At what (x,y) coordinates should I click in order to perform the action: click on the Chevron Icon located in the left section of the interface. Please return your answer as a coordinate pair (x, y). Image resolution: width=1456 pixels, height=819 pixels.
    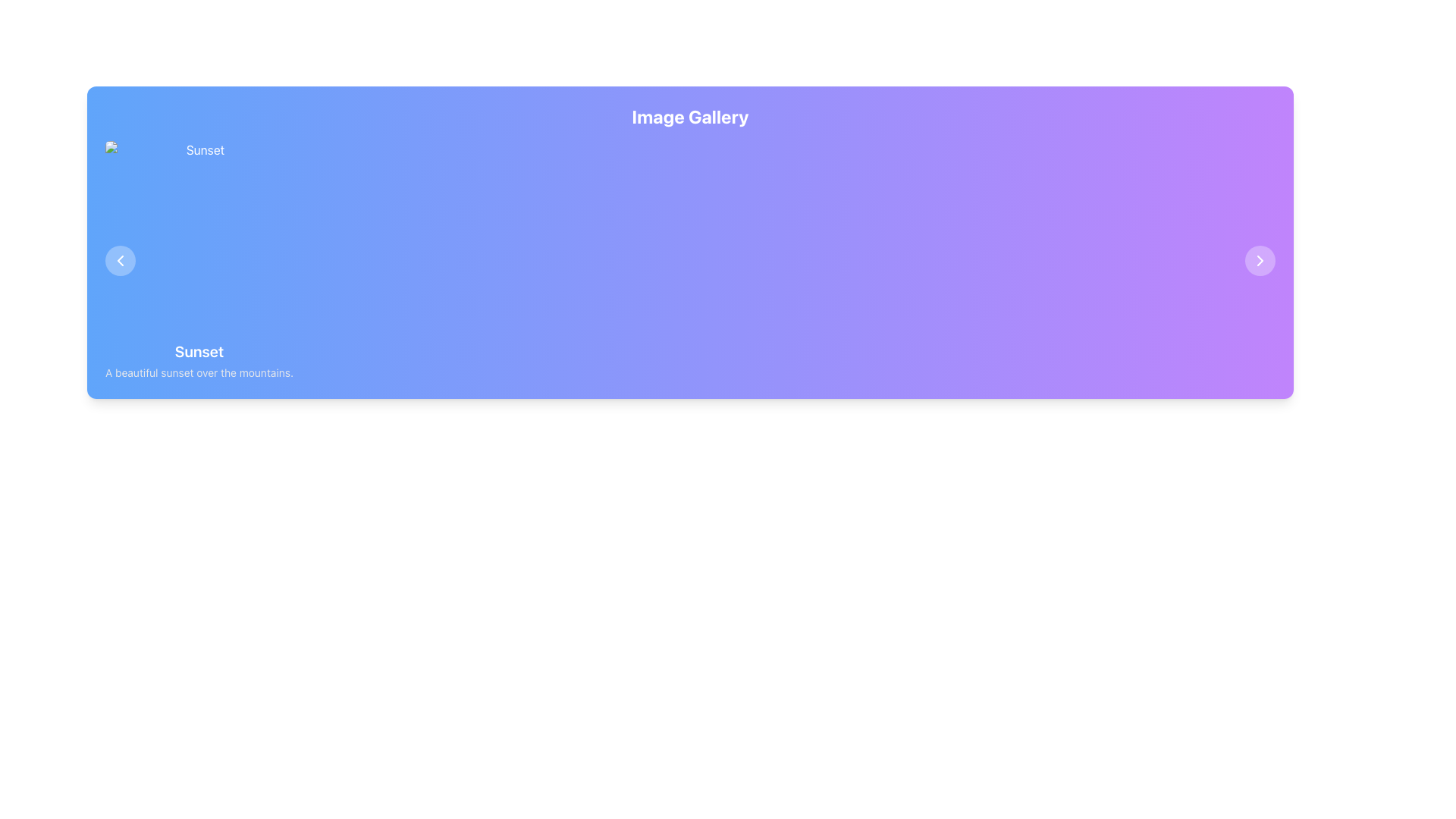
    Looking at the image, I should click on (119, 259).